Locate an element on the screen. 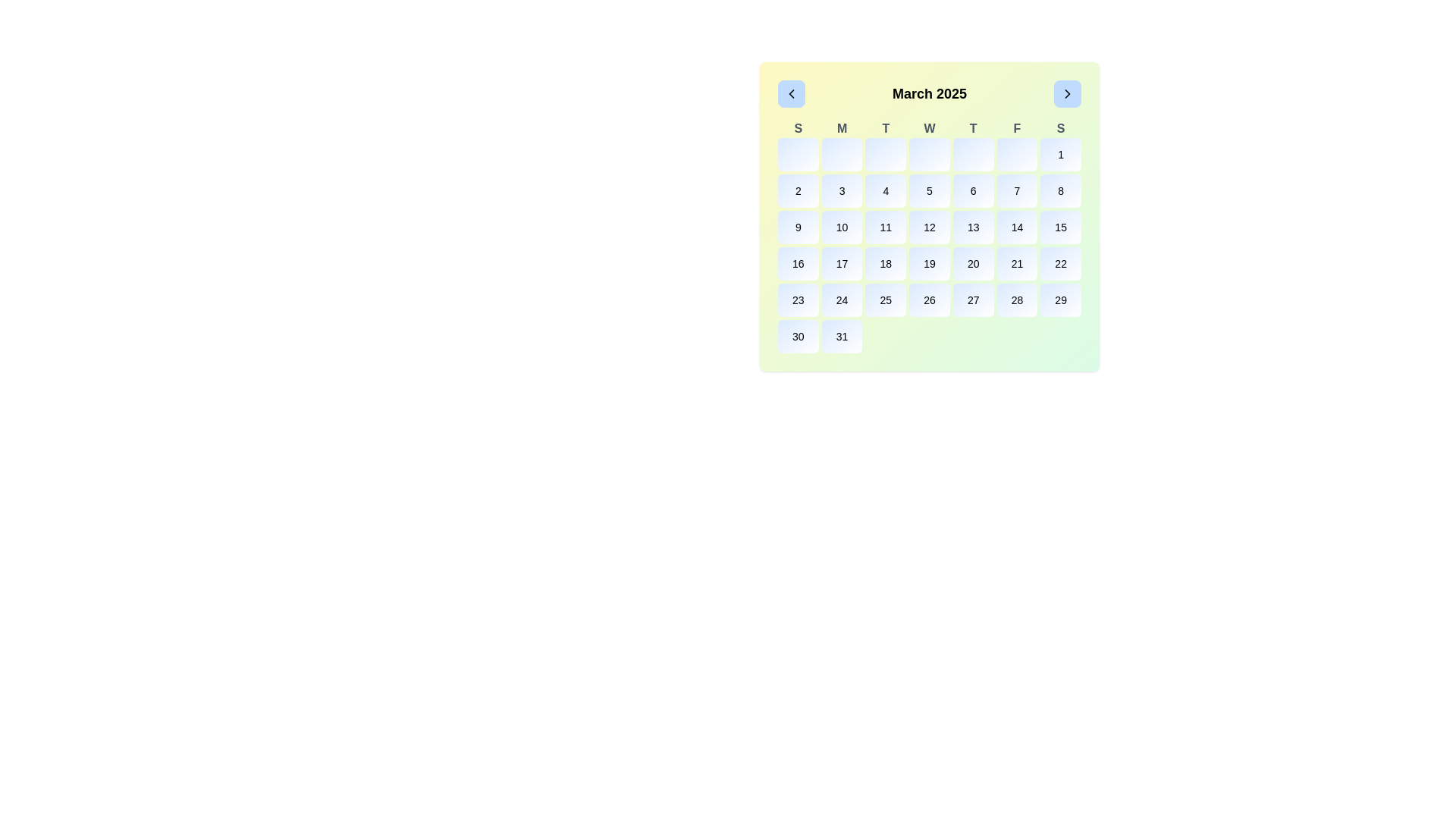  the calendar button displaying the number '20' in its center, located in the sixth row and fifth column of the grid under the 'March 2025' header is located at coordinates (973, 262).